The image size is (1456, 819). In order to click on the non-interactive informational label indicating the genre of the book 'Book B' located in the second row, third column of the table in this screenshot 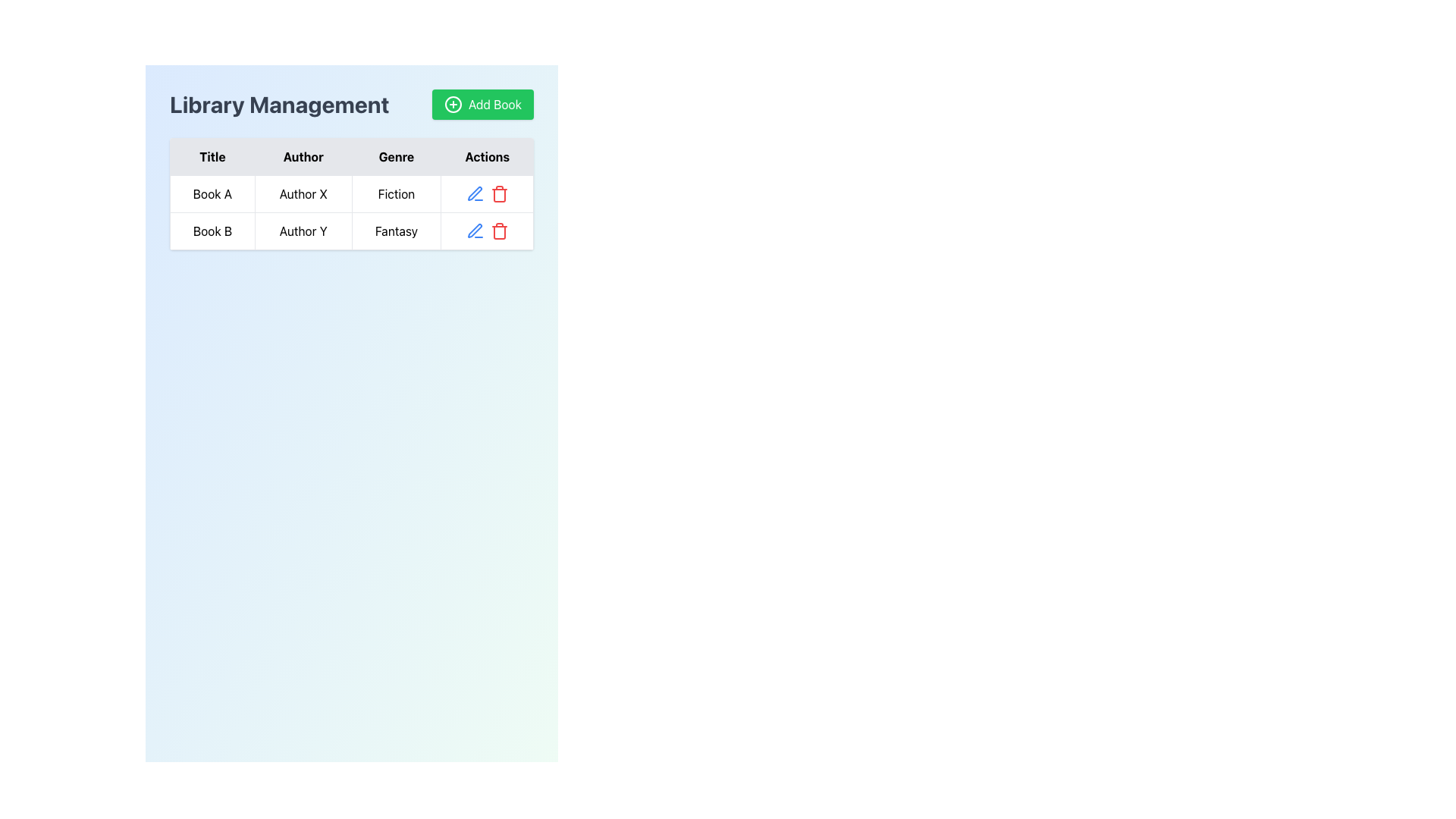, I will do `click(397, 231)`.